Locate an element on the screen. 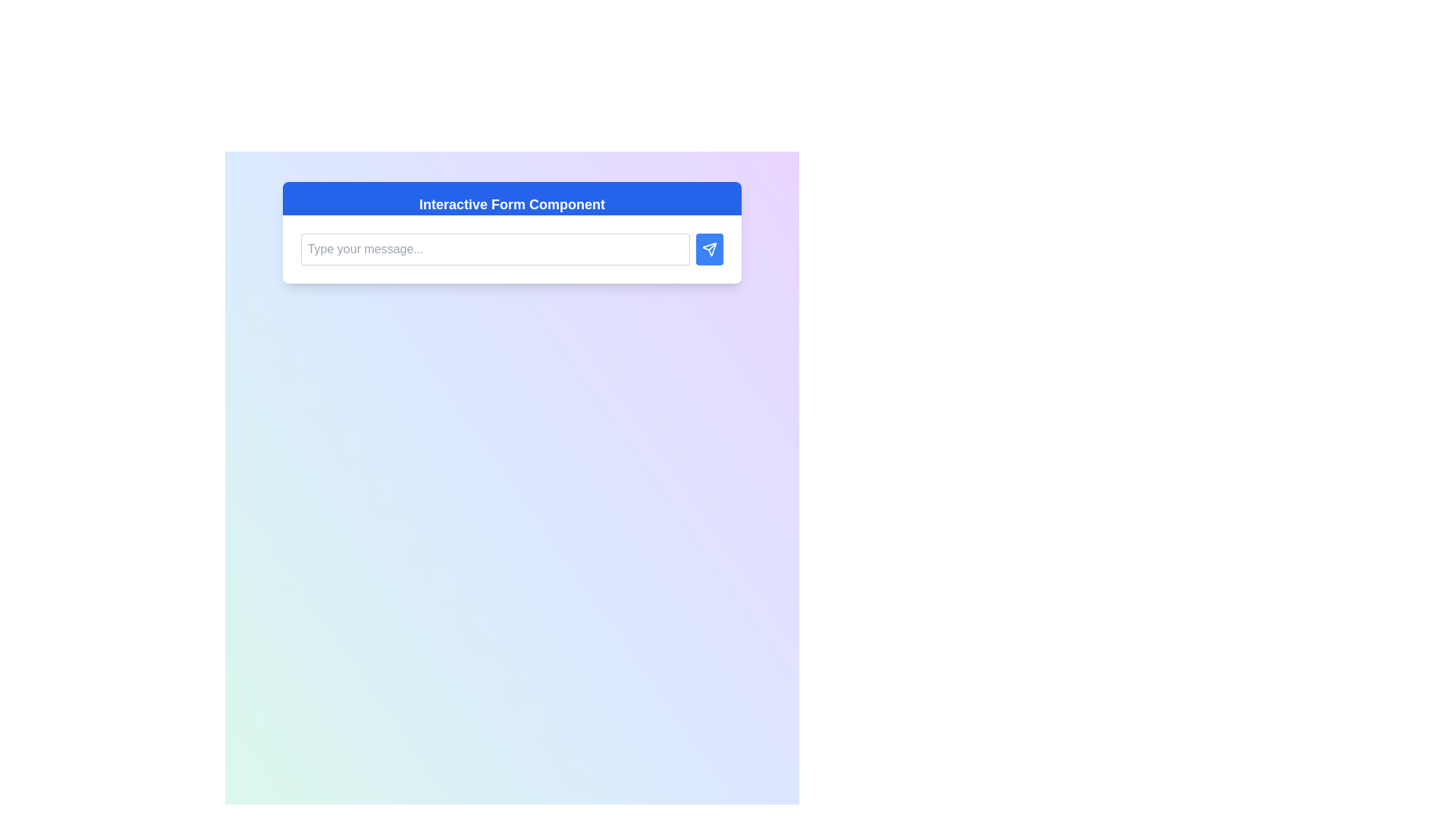 This screenshot has width=1456, height=819. text label that serves as a title or heading for the form, located at the center of the blue background area of the card or form component is located at coordinates (512, 205).